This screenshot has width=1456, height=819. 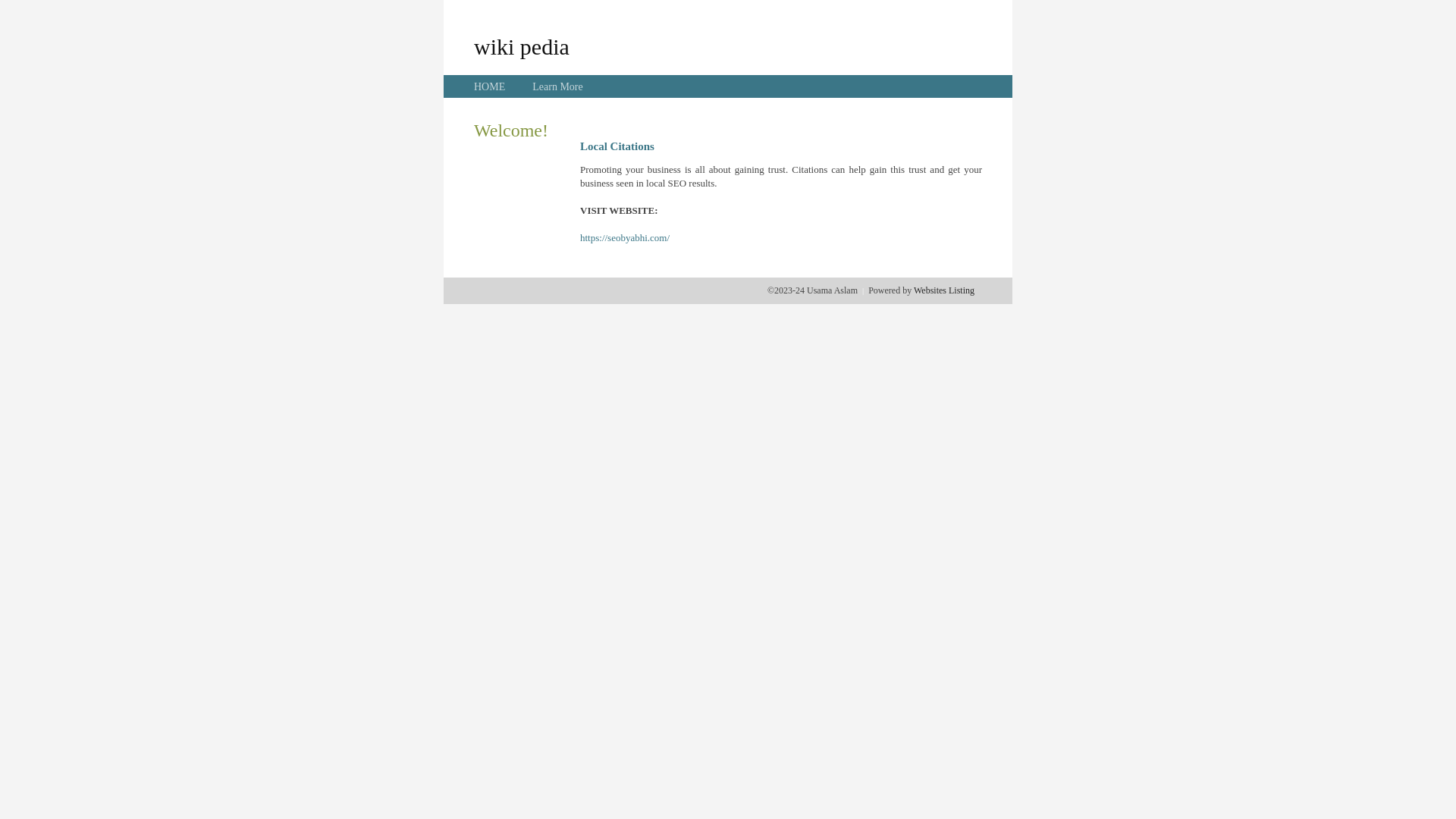 I want to click on 'Learn More', so click(x=556, y=86).